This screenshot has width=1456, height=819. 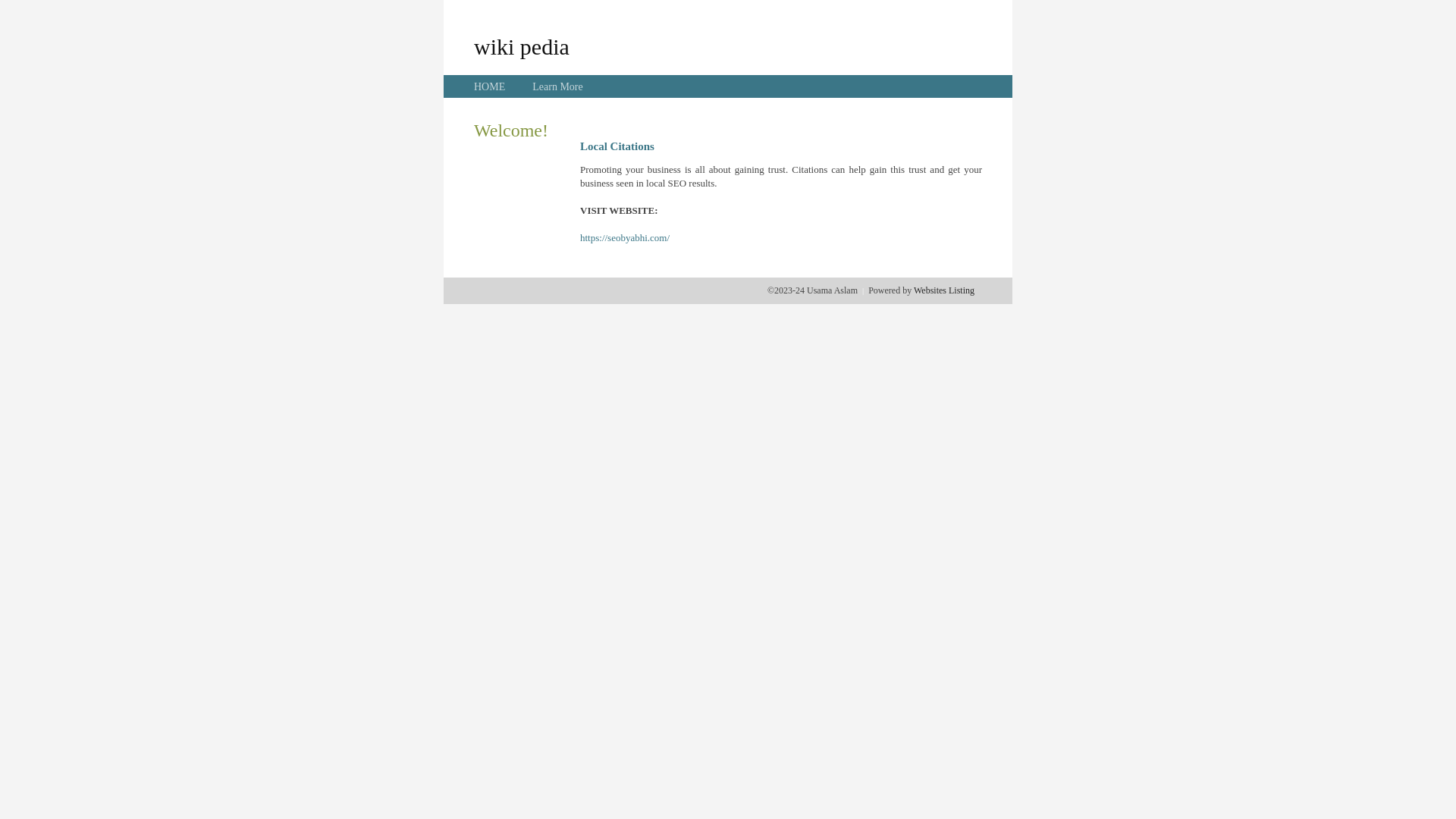 I want to click on 'Learn More', so click(x=556, y=86).